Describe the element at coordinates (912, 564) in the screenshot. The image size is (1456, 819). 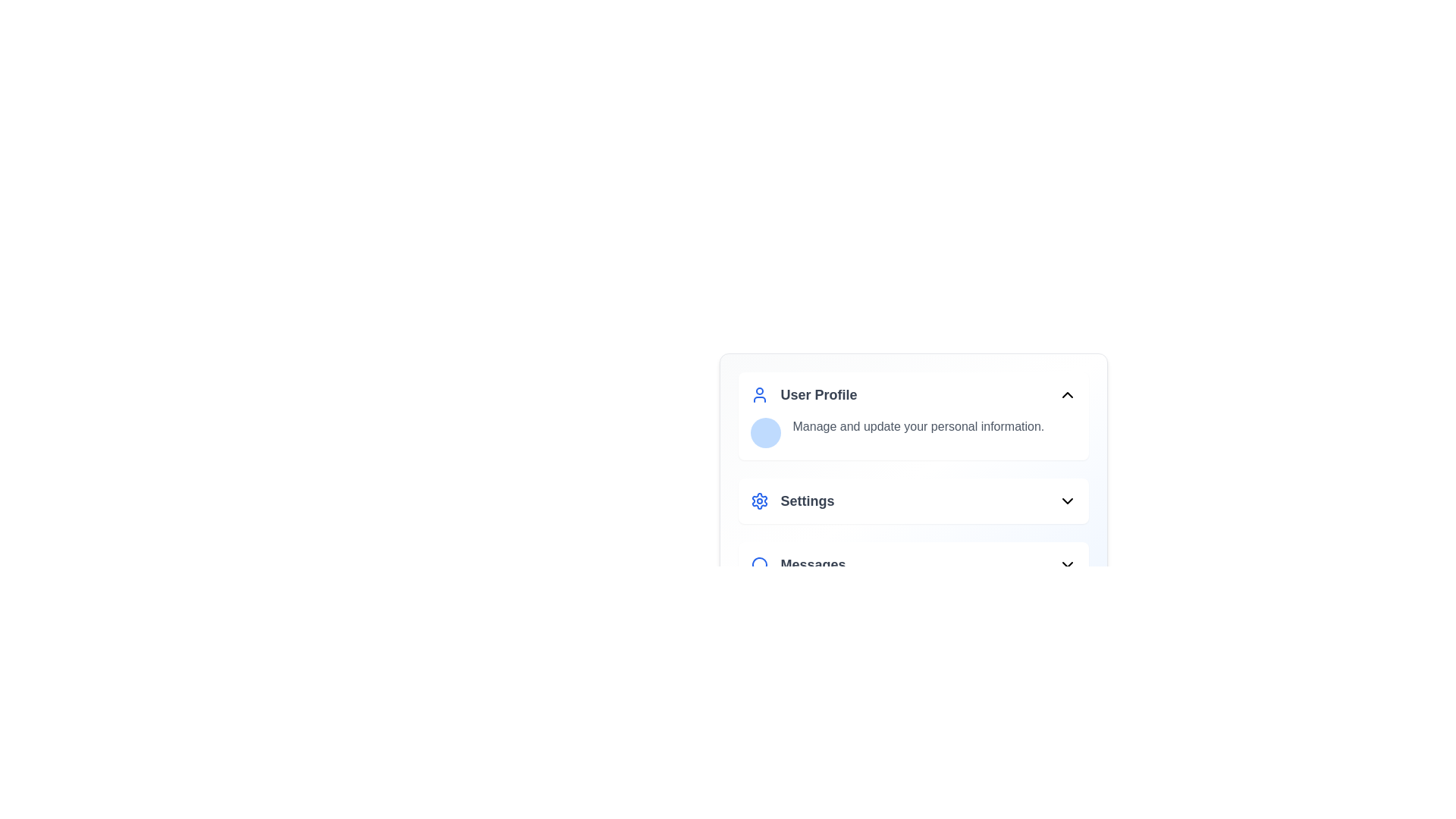
I see `the 'Messages' dropdown menu item located at the bottom of the card, below 'User Profile' and 'Settings'` at that location.